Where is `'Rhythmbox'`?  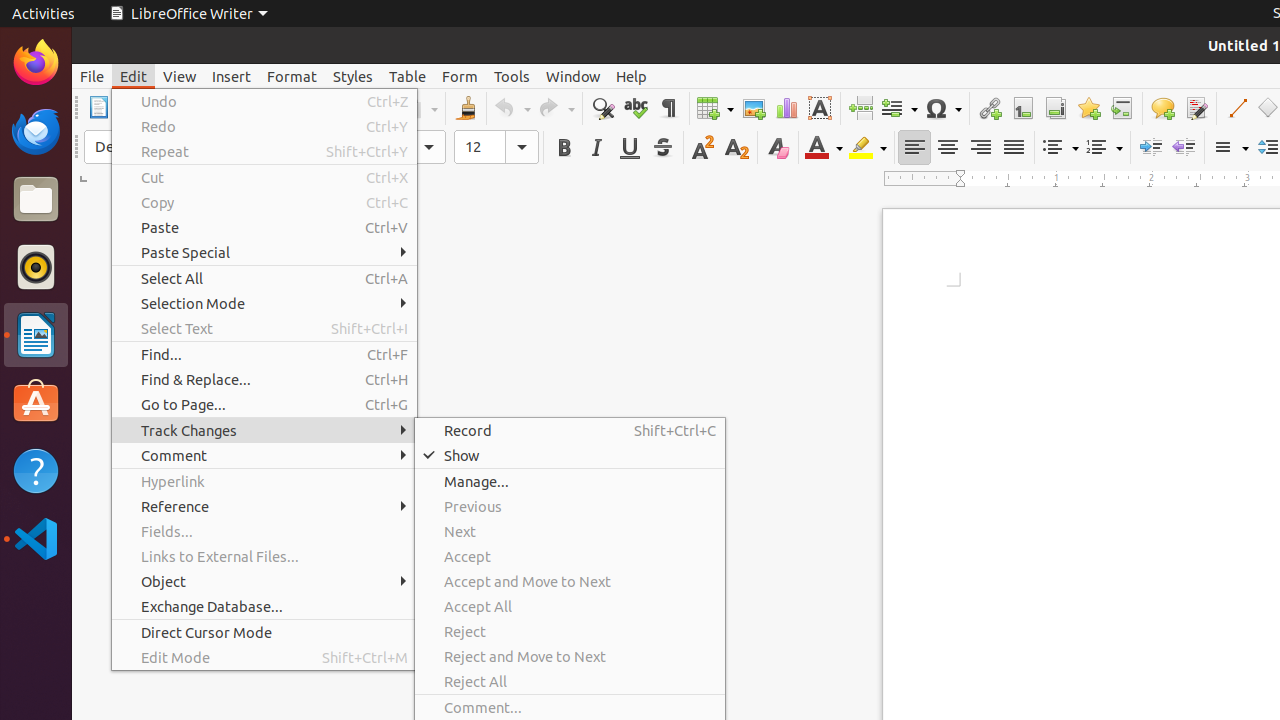
'Rhythmbox' is located at coordinates (35, 265).